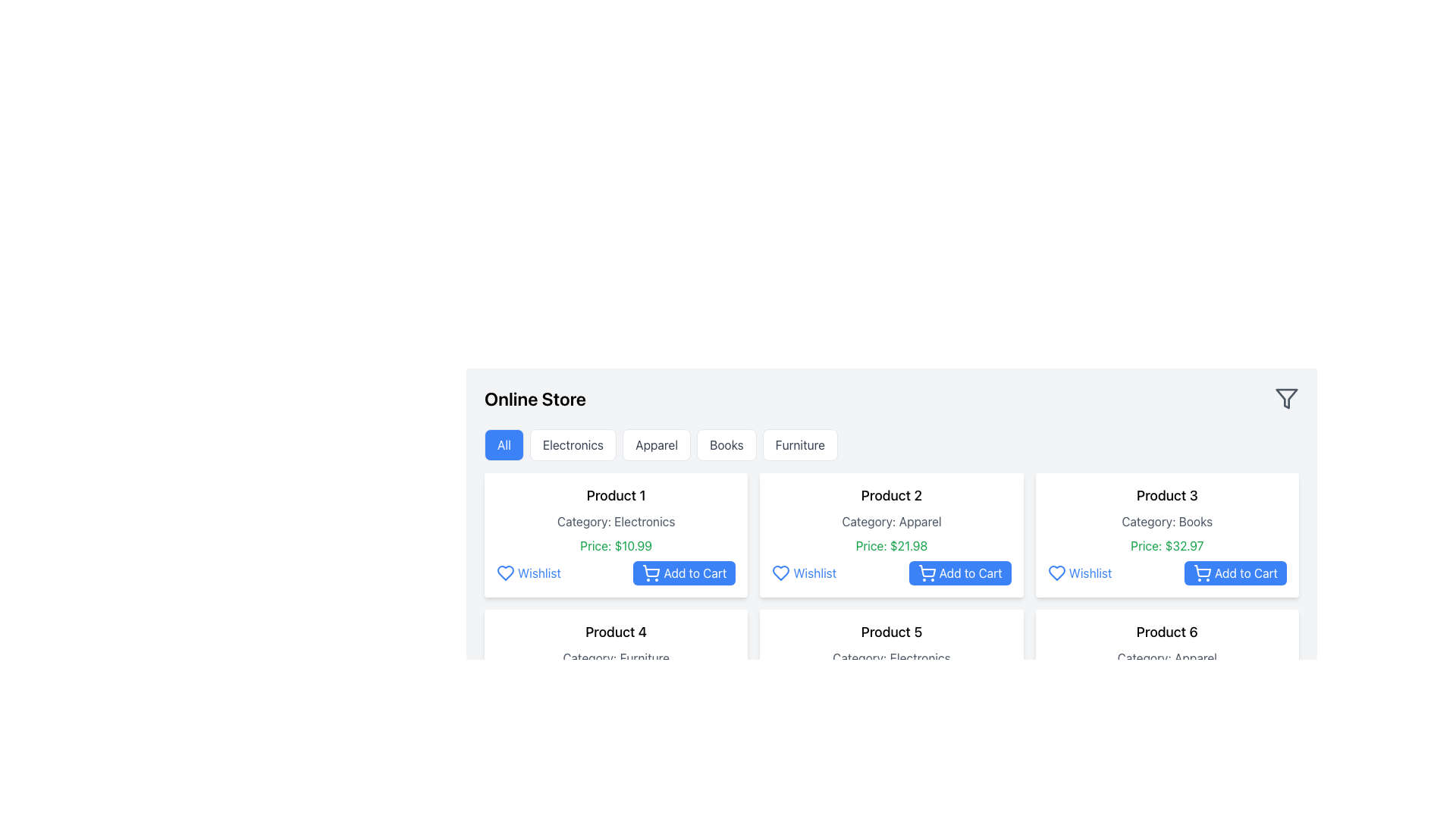  I want to click on the 'Add to Cart' button located in the bottom right part of the product information card for 'Product 1', so click(683, 710).